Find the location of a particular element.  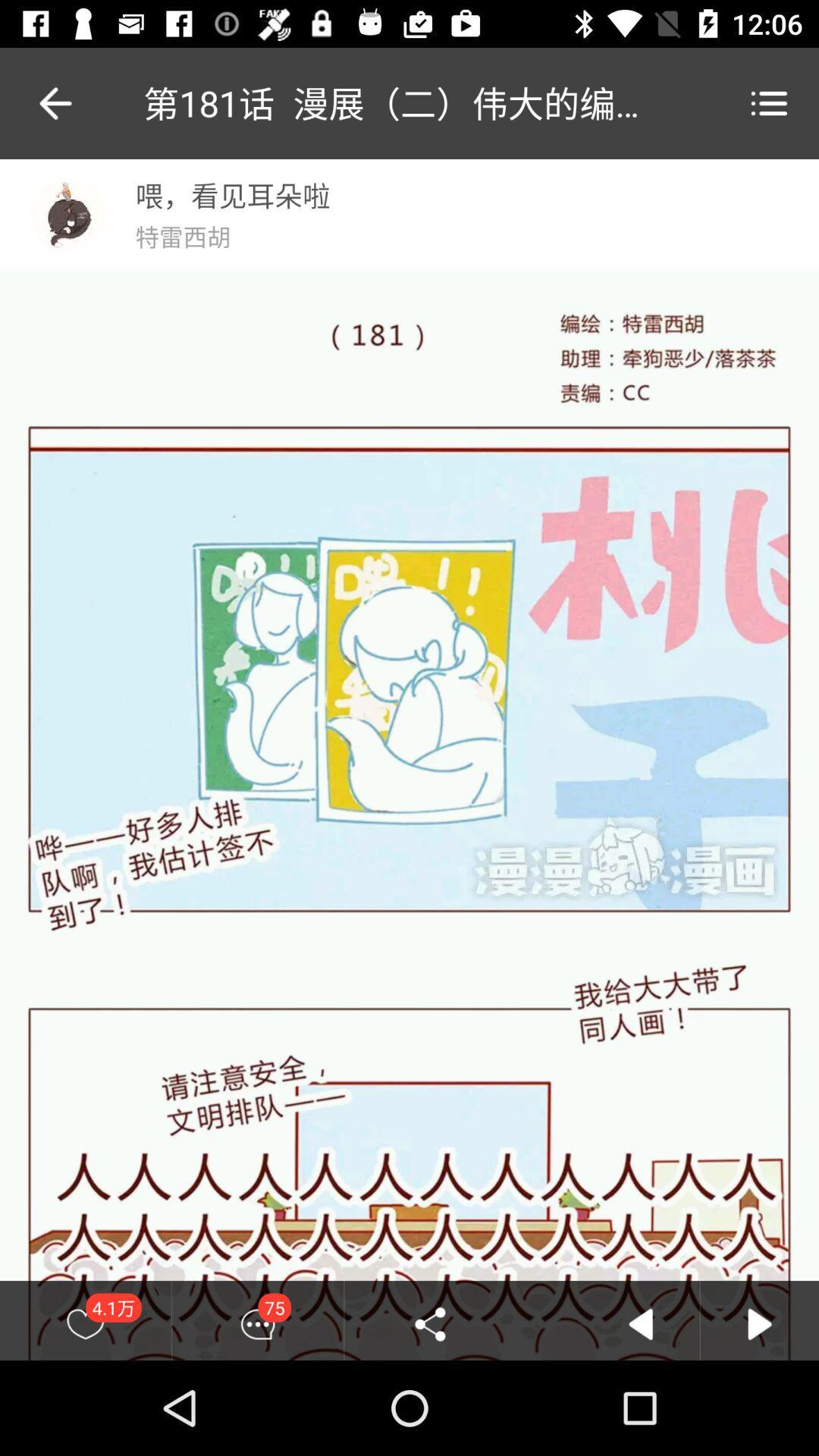

the icon on the top left corner with white background is located at coordinates (67, 214).